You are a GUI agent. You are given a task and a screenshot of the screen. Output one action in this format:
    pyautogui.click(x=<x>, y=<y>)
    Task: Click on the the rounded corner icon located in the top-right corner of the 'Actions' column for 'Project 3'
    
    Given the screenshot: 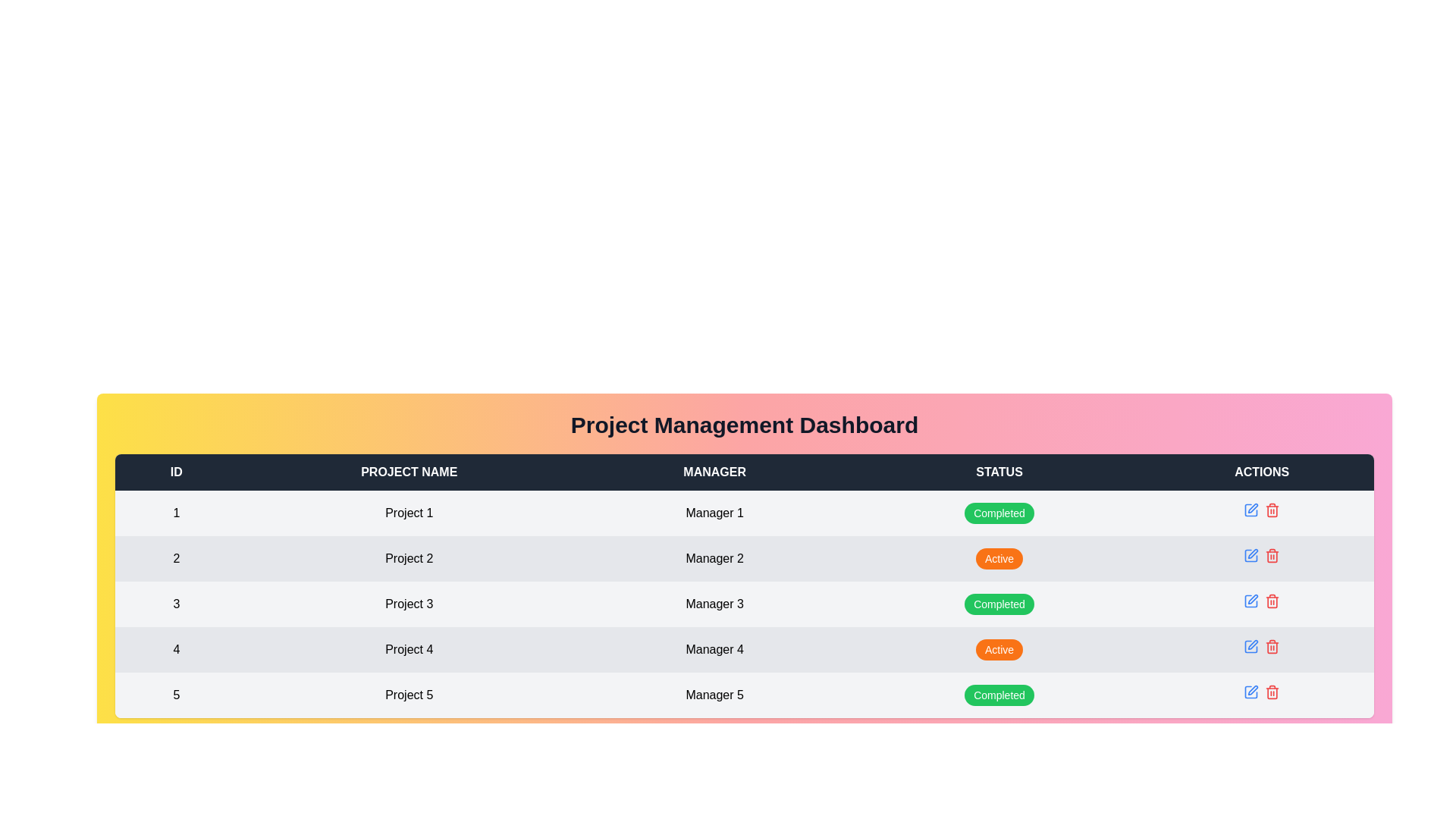 What is the action you would take?
    pyautogui.click(x=1251, y=510)
    